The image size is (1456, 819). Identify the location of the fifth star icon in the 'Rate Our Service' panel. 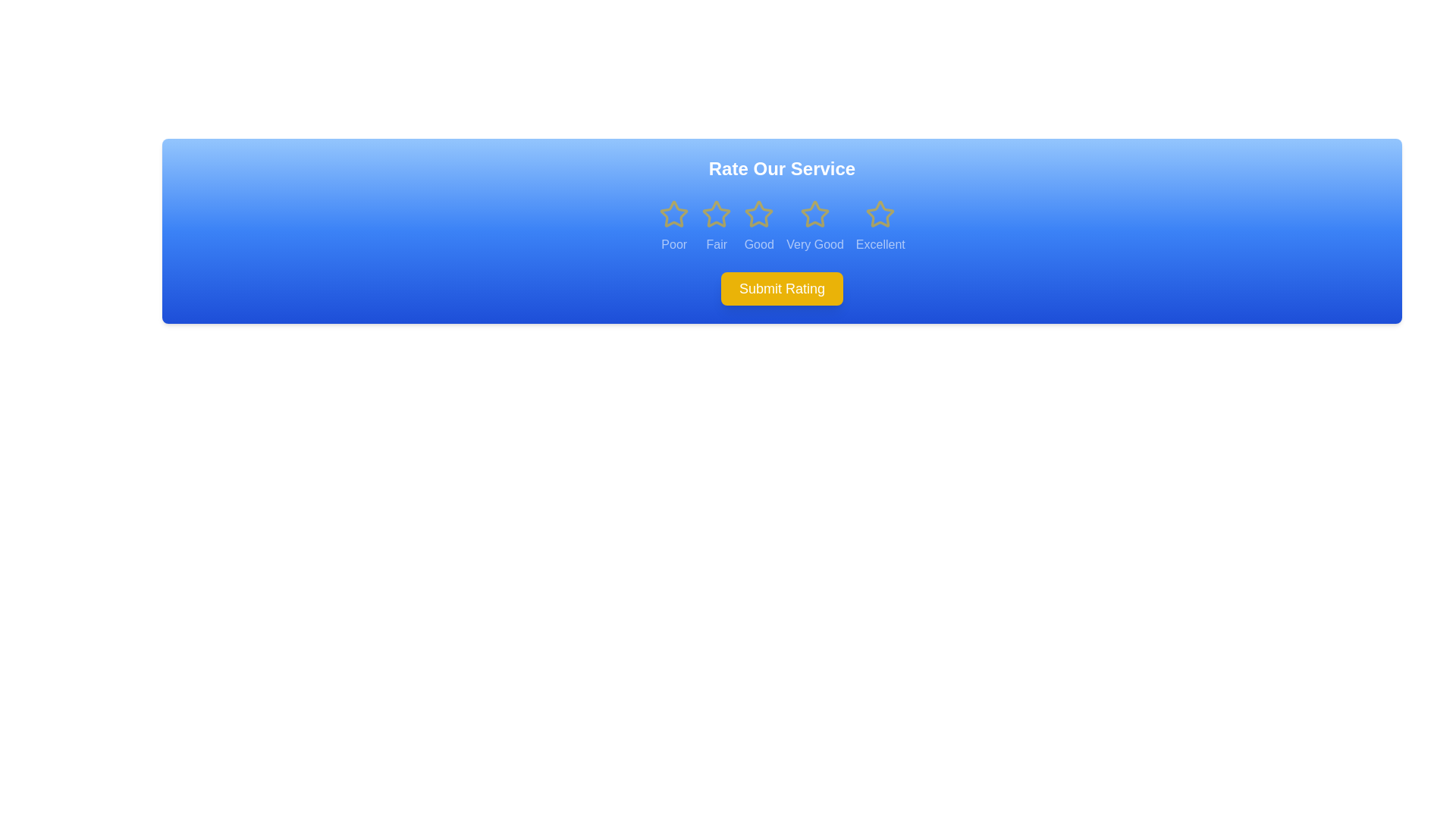
(880, 214).